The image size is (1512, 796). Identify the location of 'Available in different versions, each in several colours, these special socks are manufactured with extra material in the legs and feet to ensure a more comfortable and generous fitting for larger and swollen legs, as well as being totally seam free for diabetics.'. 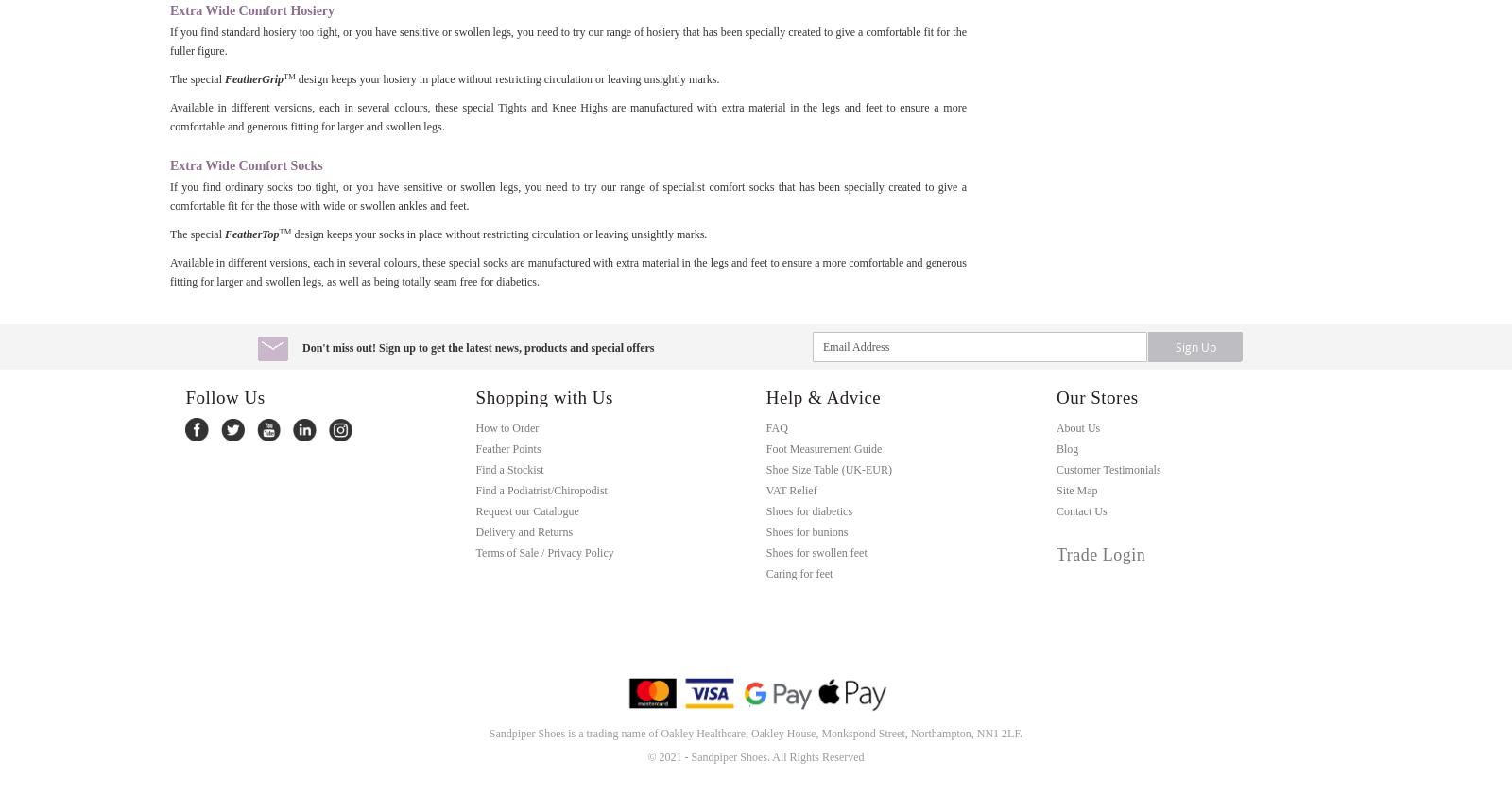
(568, 271).